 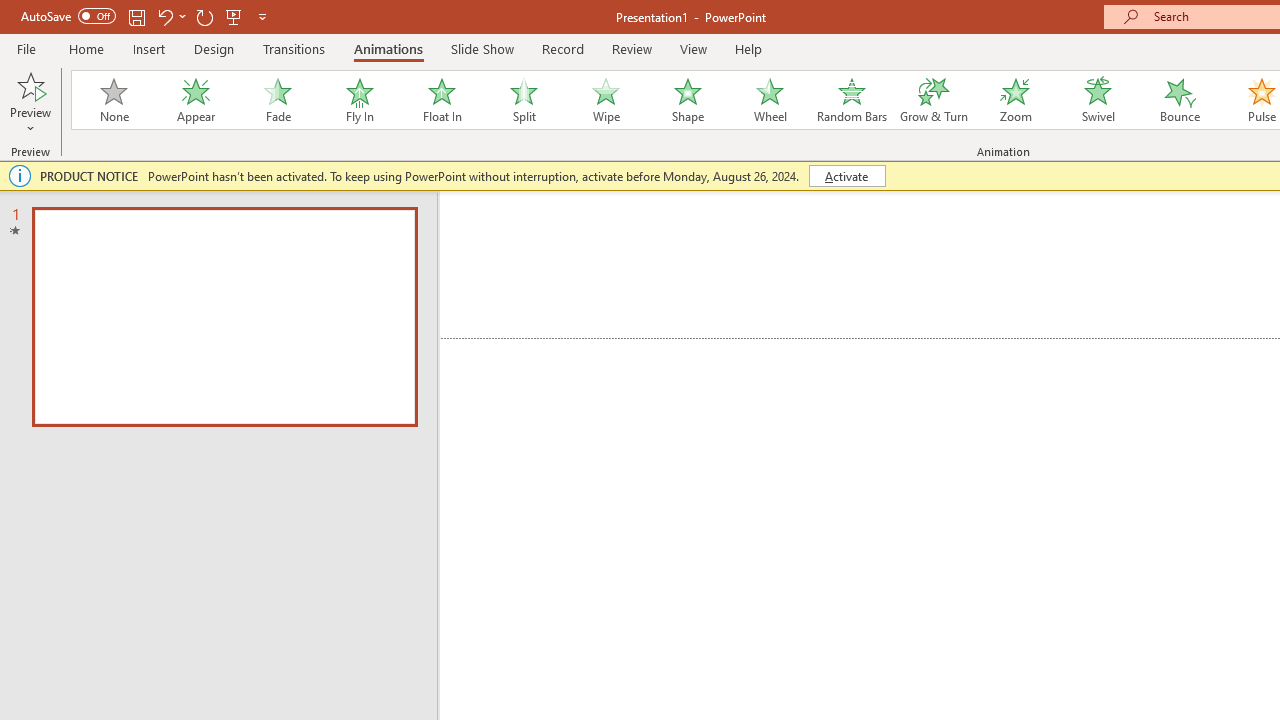 I want to click on 'Wipe', so click(x=604, y=100).